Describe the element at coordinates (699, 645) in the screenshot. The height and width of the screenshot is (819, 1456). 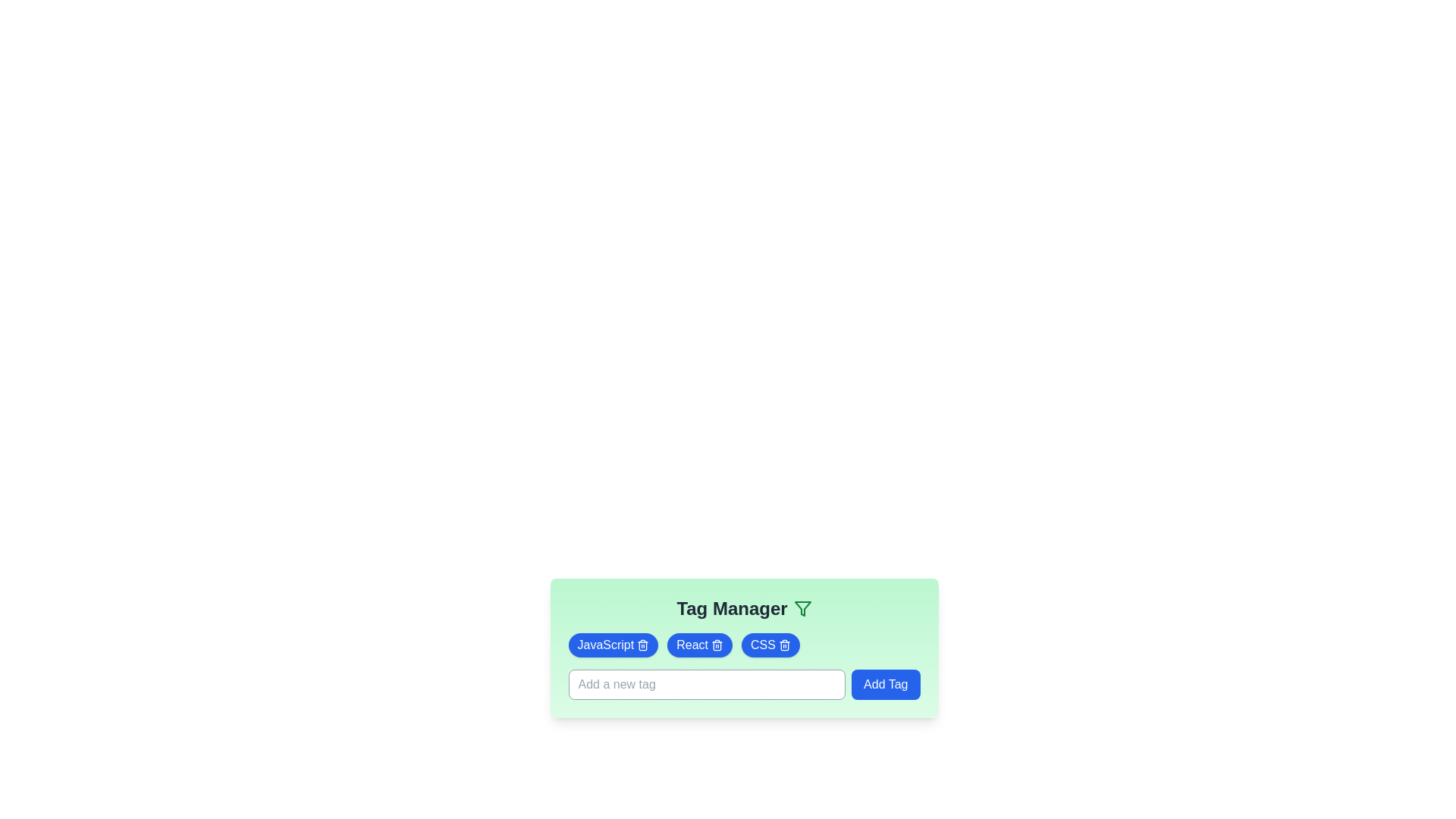
I see `the trash icon on the 'React' tag button` at that location.